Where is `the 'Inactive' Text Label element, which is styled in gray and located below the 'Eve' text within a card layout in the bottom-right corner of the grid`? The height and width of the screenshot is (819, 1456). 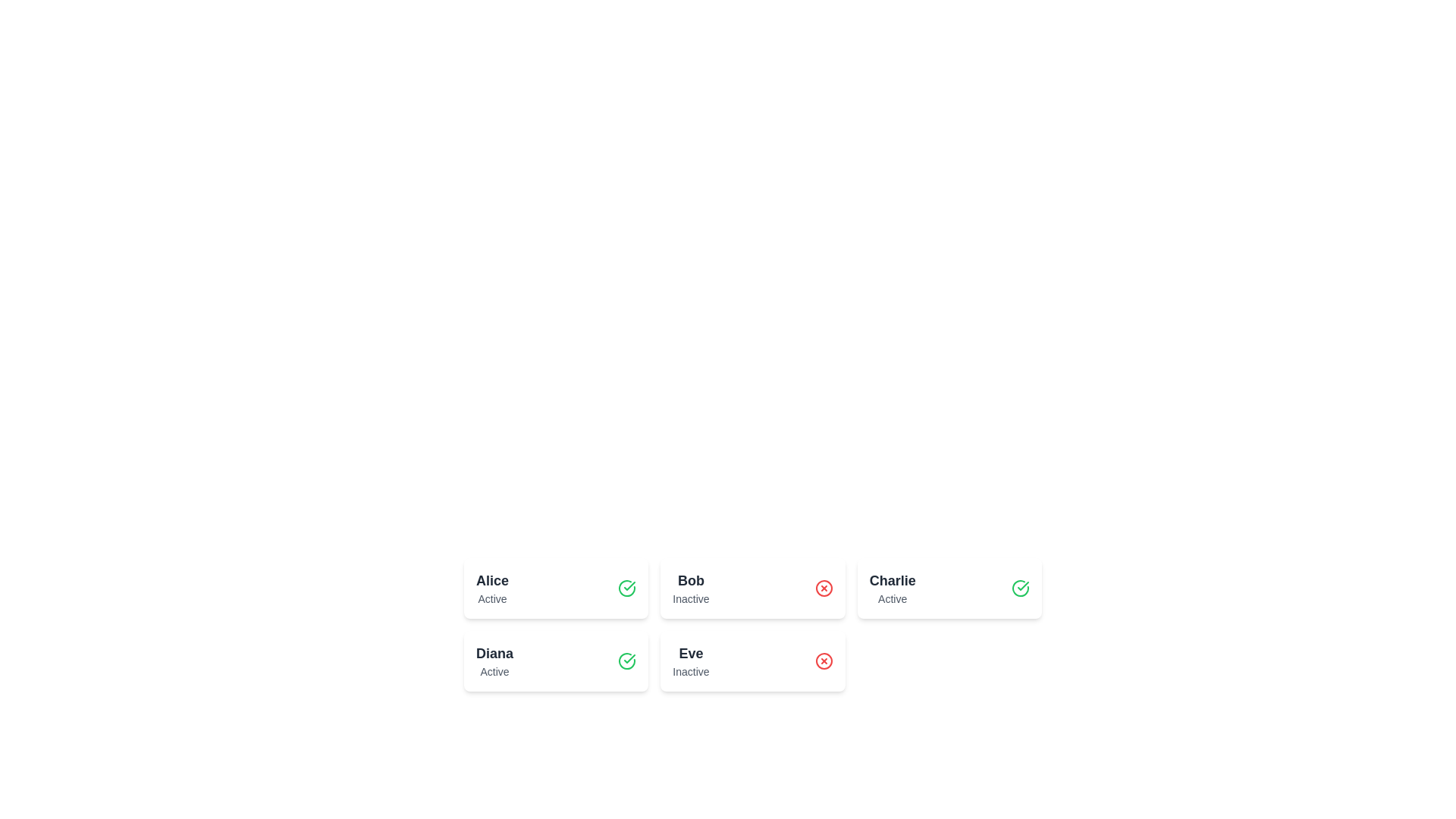
the 'Inactive' Text Label element, which is styled in gray and located below the 'Eve' text within a card layout in the bottom-right corner of the grid is located at coordinates (690, 671).